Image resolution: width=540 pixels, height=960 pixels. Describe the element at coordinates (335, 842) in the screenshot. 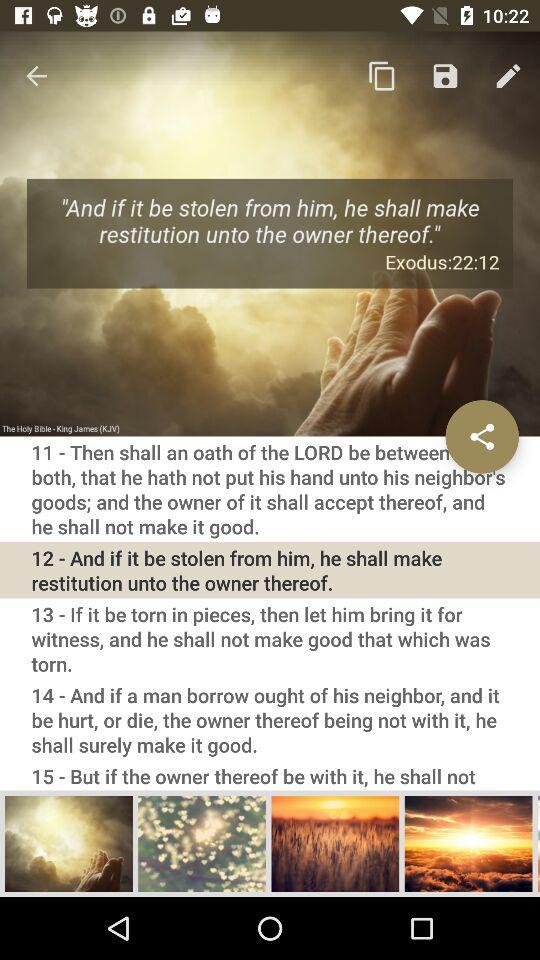

I see `shows one of the option button` at that location.